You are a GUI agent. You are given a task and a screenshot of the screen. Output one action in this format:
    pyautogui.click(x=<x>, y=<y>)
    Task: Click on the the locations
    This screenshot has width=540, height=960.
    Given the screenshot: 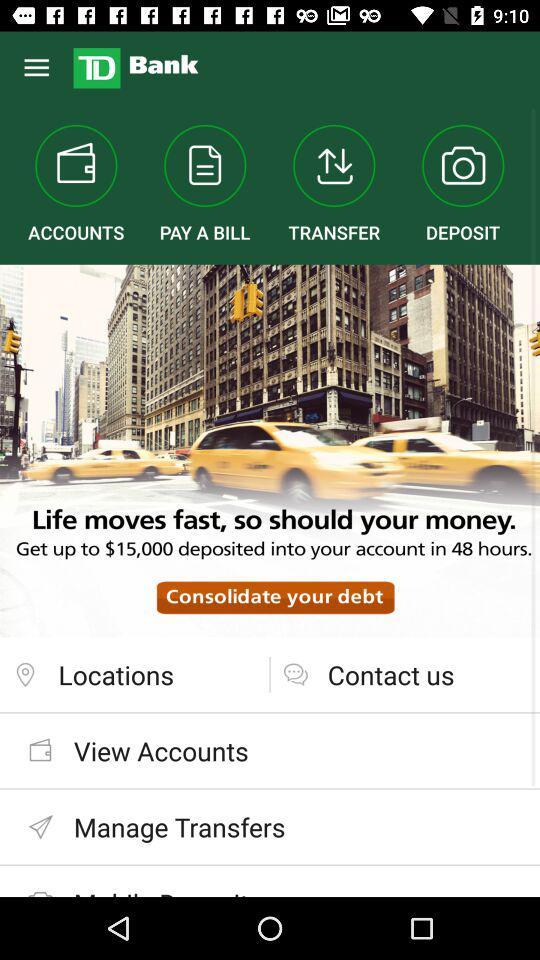 What is the action you would take?
    pyautogui.click(x=134, y=674)
    